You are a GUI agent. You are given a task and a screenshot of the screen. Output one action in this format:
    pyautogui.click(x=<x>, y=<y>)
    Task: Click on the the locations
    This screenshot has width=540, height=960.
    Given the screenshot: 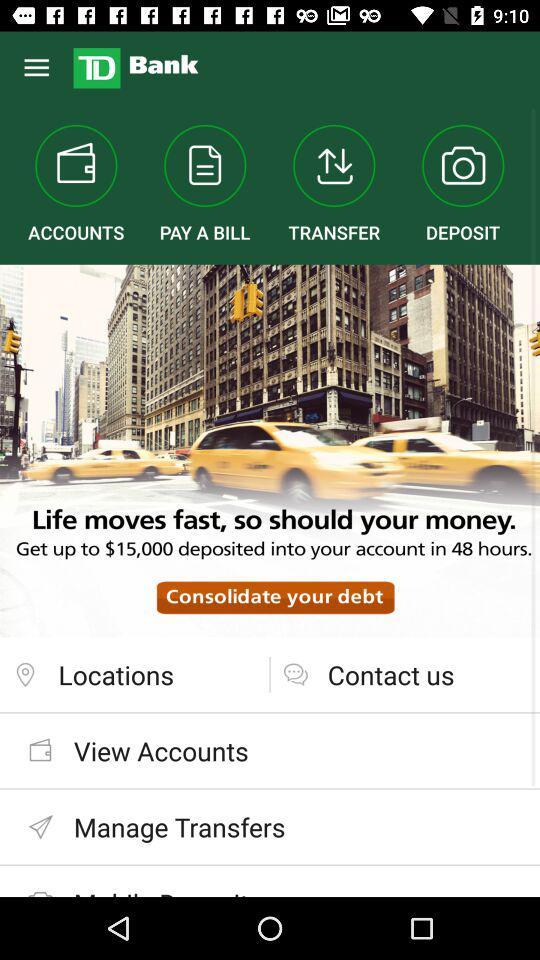 What is the action you would take?
    pyautogui.click(x=134, y=674)
    